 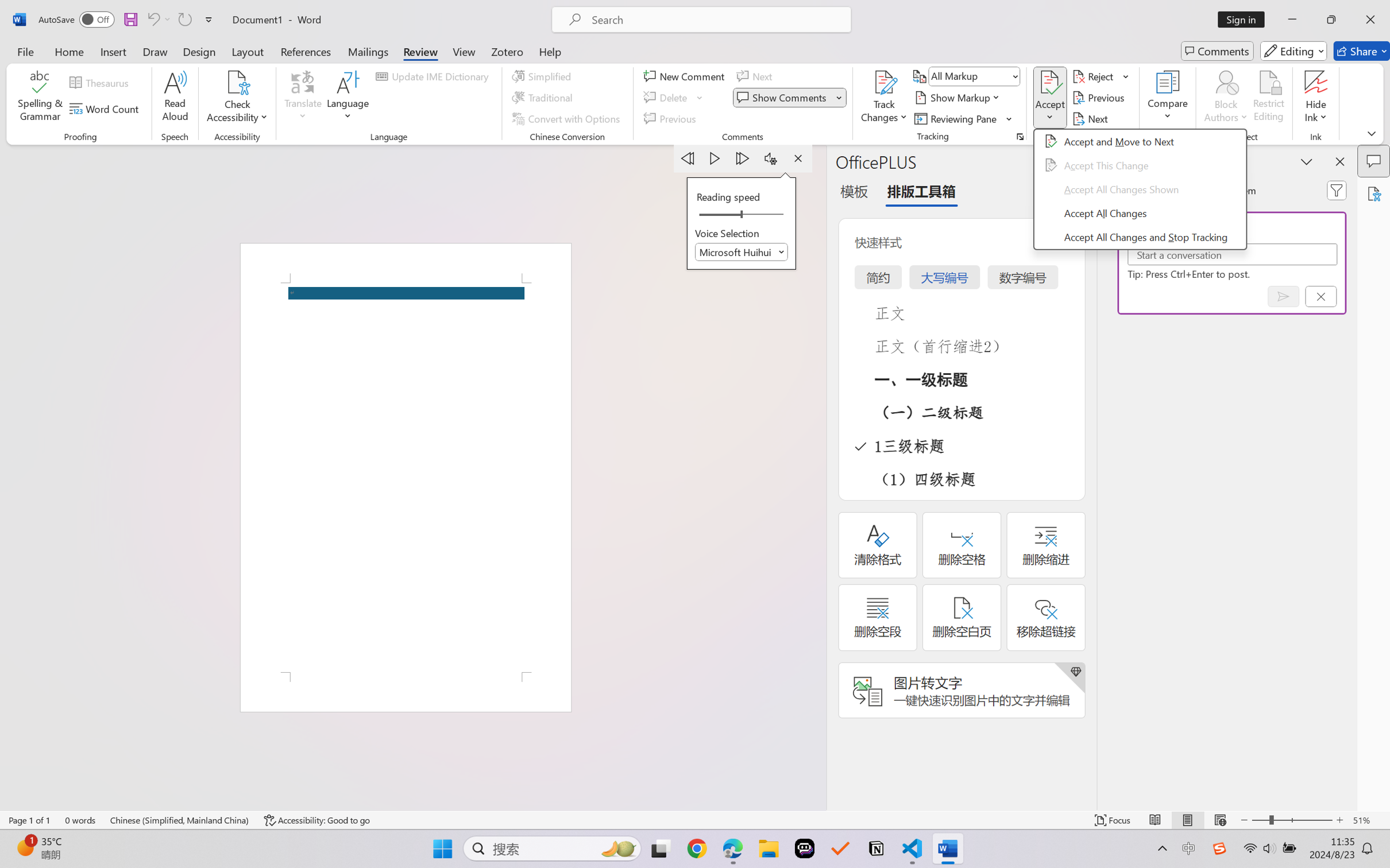 I want to click on 'Change Tracking Options...', so click(x=1020, y=136).